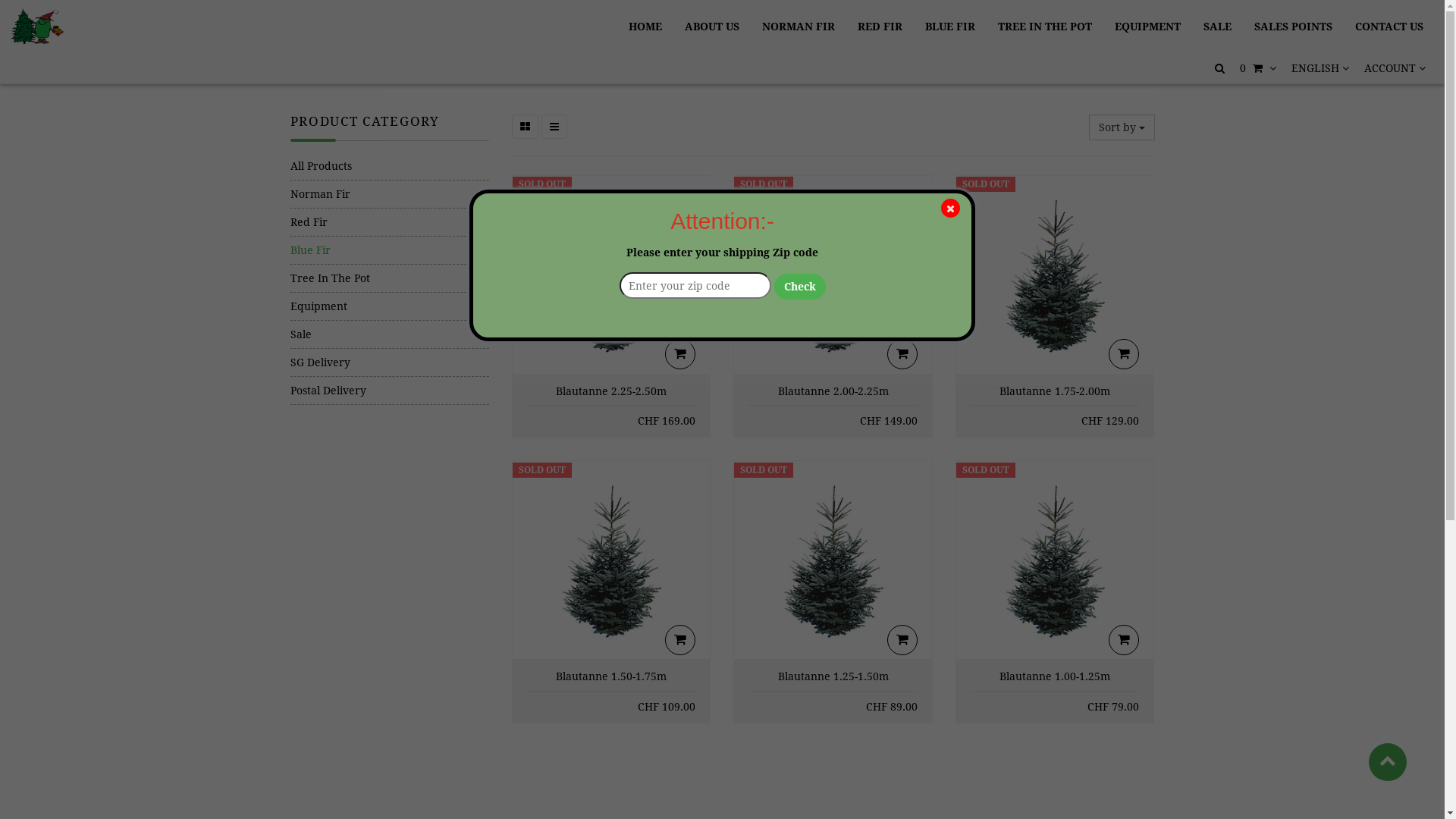 This screenshot has height=819, width=1456. What do you see at coordinates (611, 675) in the screenshot?
I see `'Blautanne 1.50-1.75m'` at bounding box center [611, 675].